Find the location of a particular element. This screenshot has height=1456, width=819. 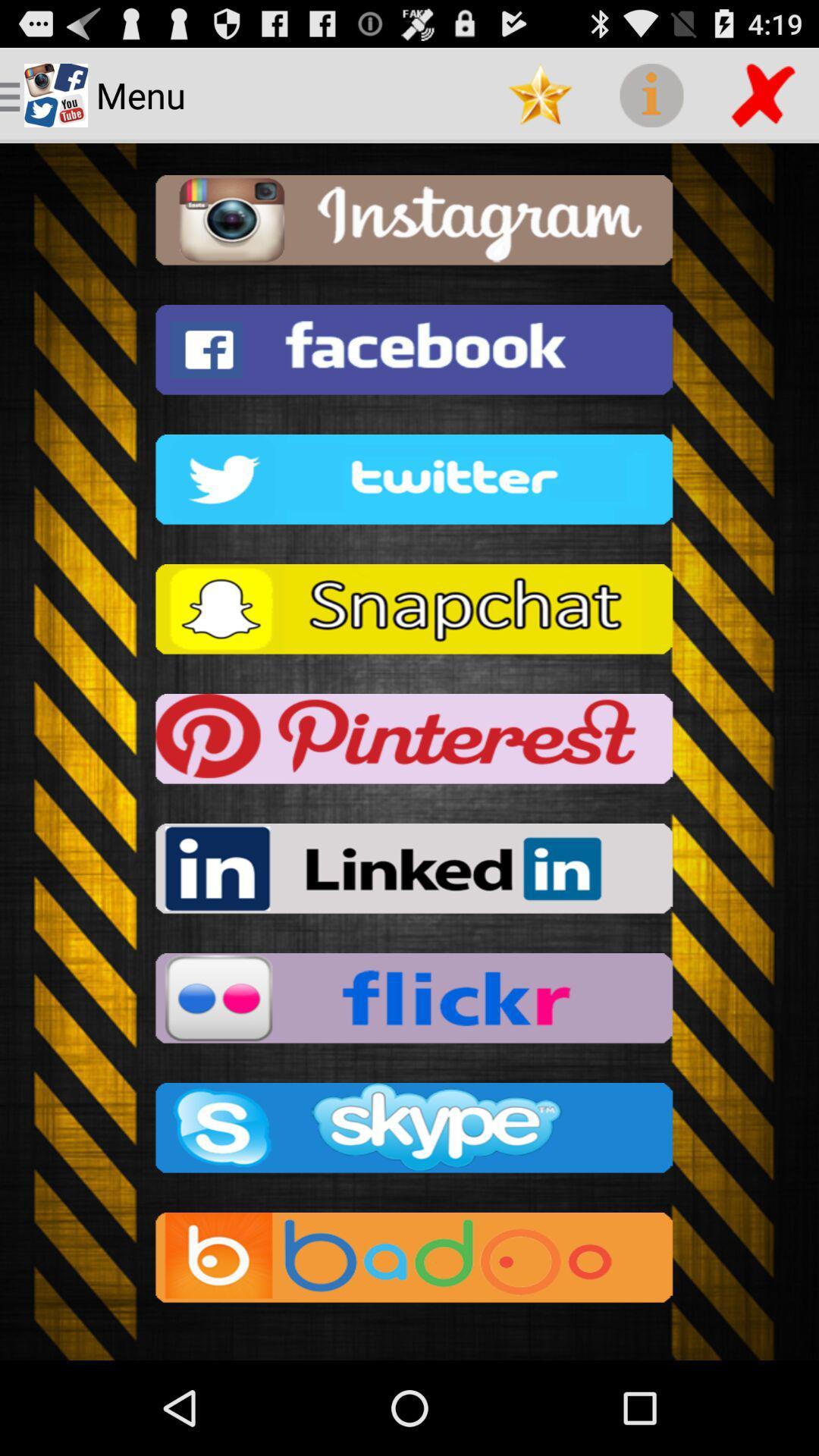

open twitter is located at coordinates (409, 483).